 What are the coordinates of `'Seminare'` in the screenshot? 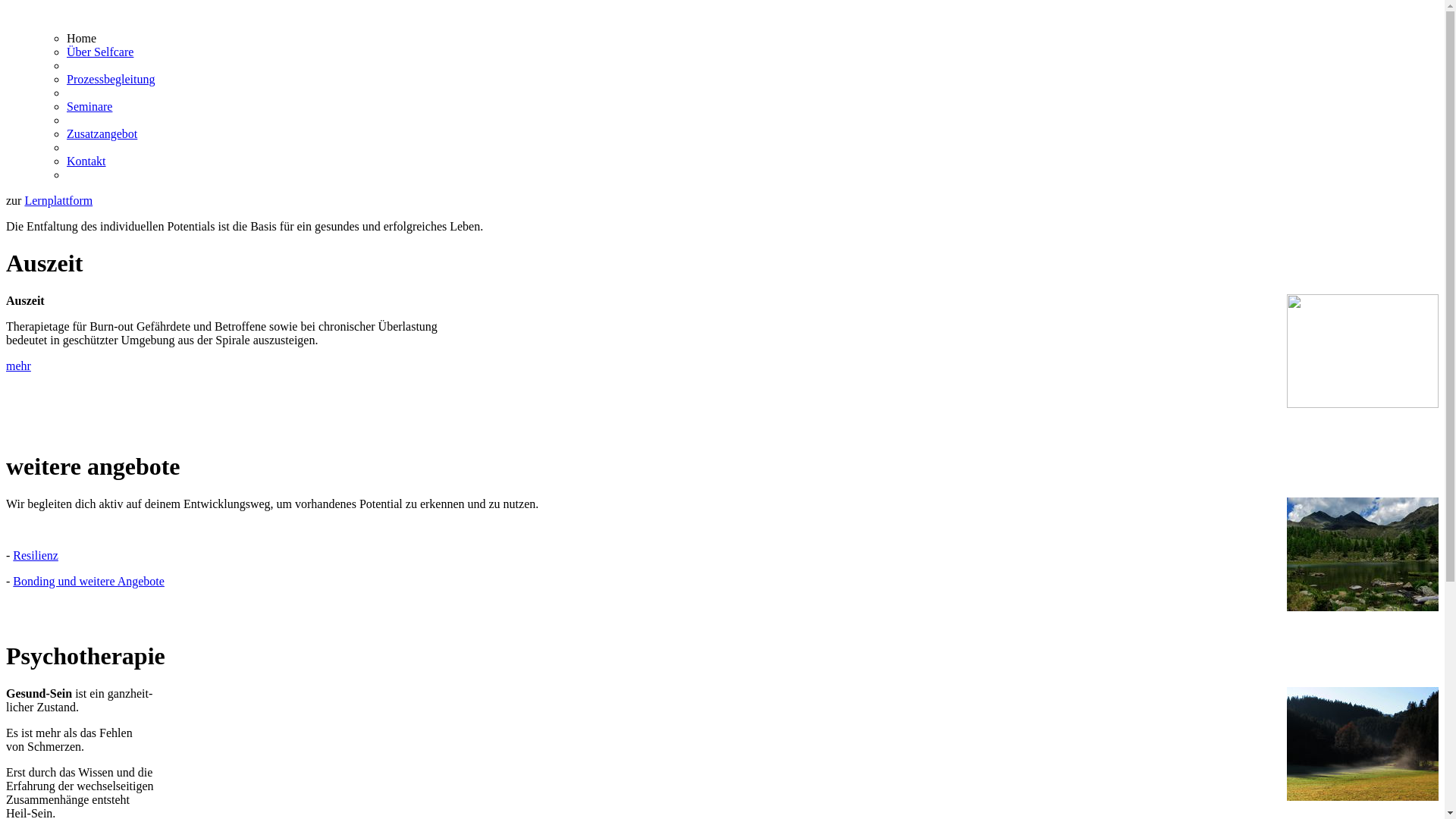 It's located at (89, 105).